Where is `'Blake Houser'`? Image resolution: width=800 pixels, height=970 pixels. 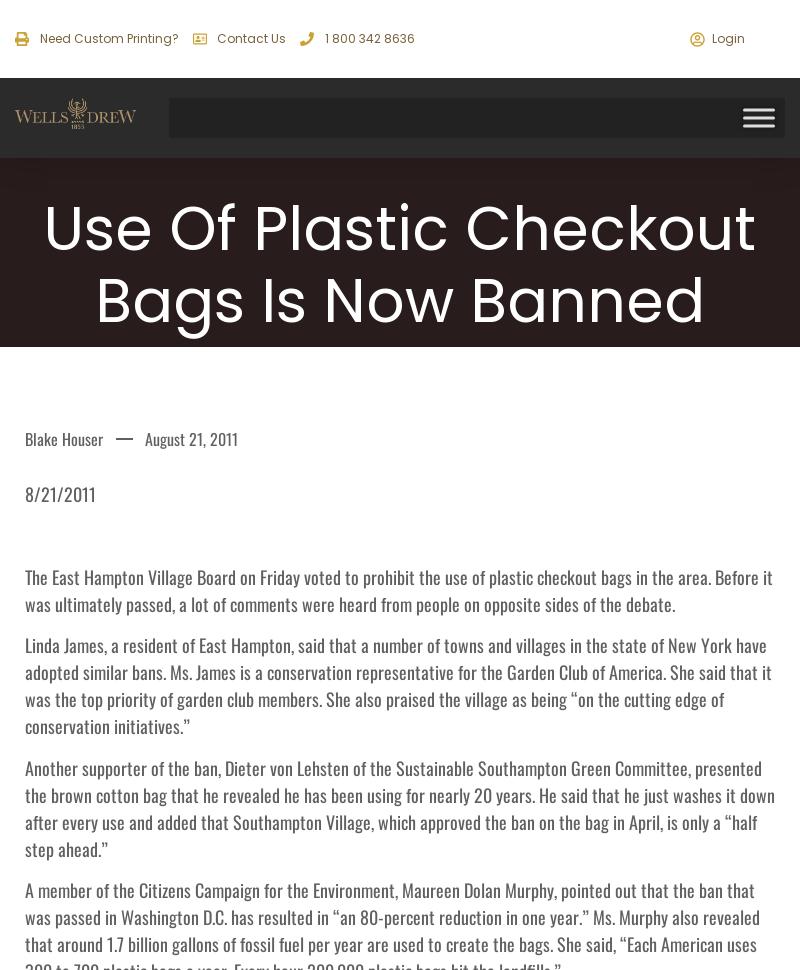 'Blake Houser' is located at coordinates (63, 438).